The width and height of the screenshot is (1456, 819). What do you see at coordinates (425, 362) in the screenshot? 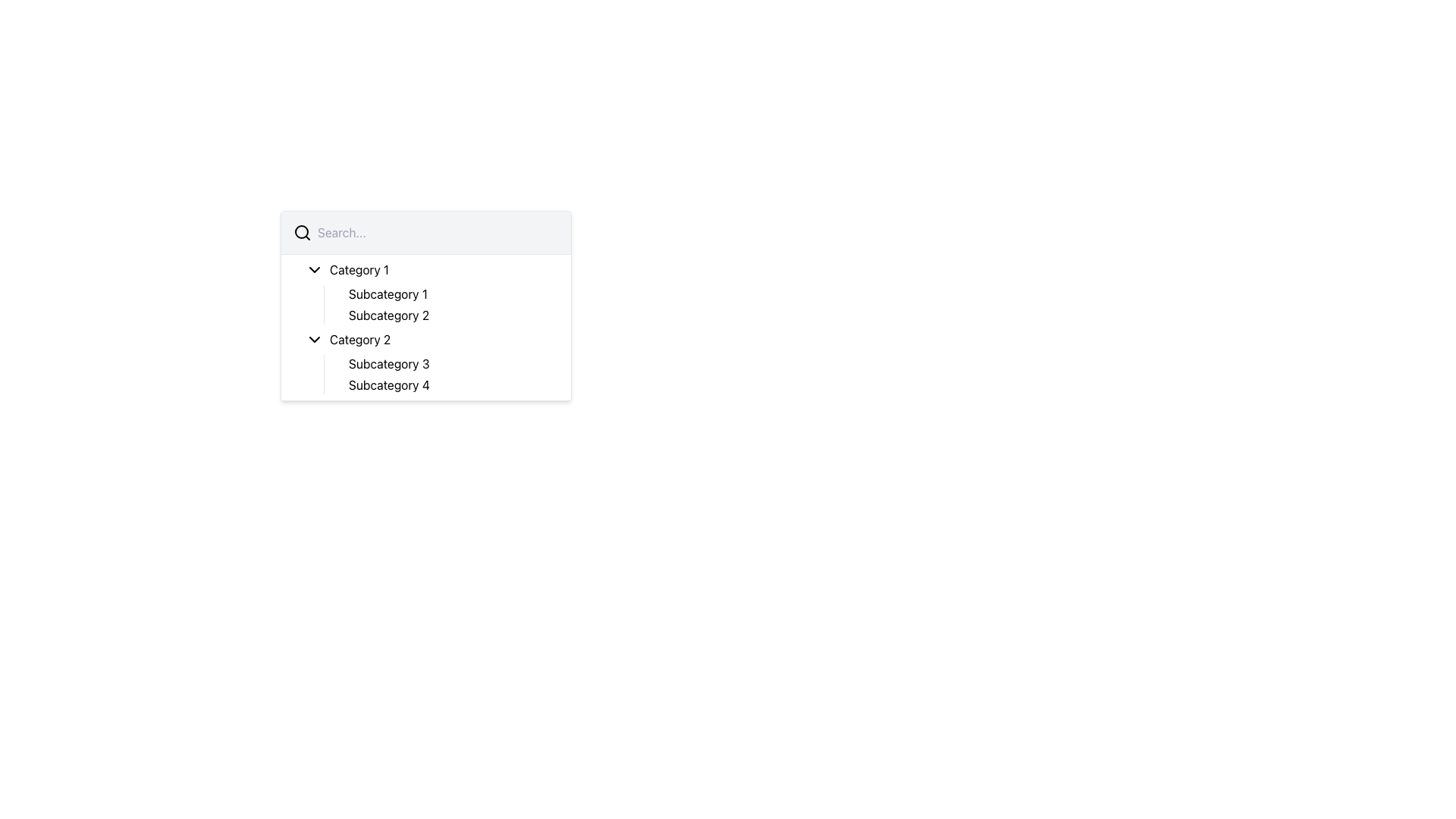
I see `the Hierarchical List Item displaying 'Category 2'` at bounding box center [425, 362].